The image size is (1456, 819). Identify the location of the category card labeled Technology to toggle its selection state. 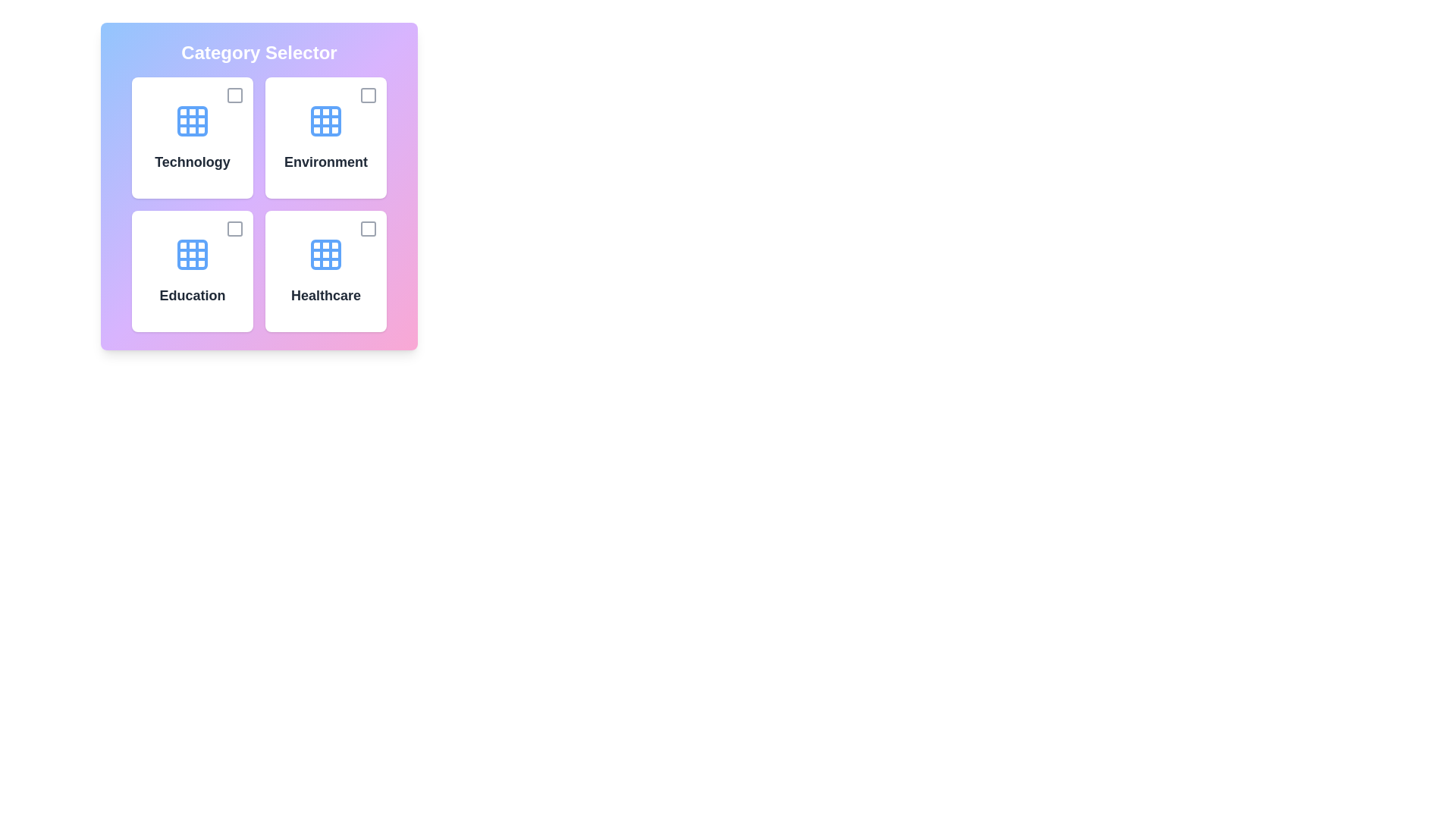
(192, 137).